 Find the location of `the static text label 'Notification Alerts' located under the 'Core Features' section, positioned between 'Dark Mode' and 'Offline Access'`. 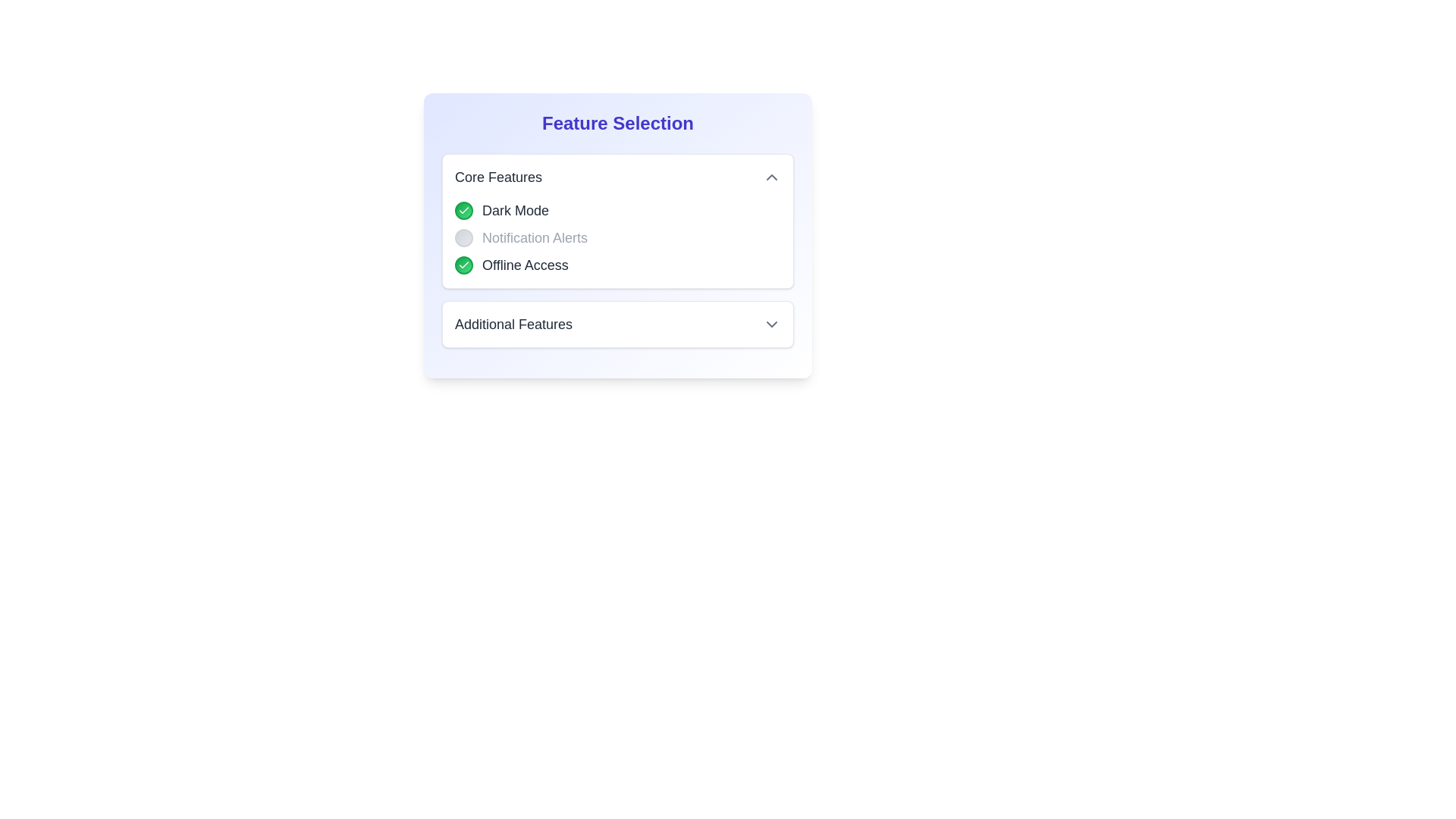

the static text label 'Notification Alerts' located under the 'Core Features' section, positioned between 'Dark Mode' and 'Offline Access' is located at coordinates (535, 237).